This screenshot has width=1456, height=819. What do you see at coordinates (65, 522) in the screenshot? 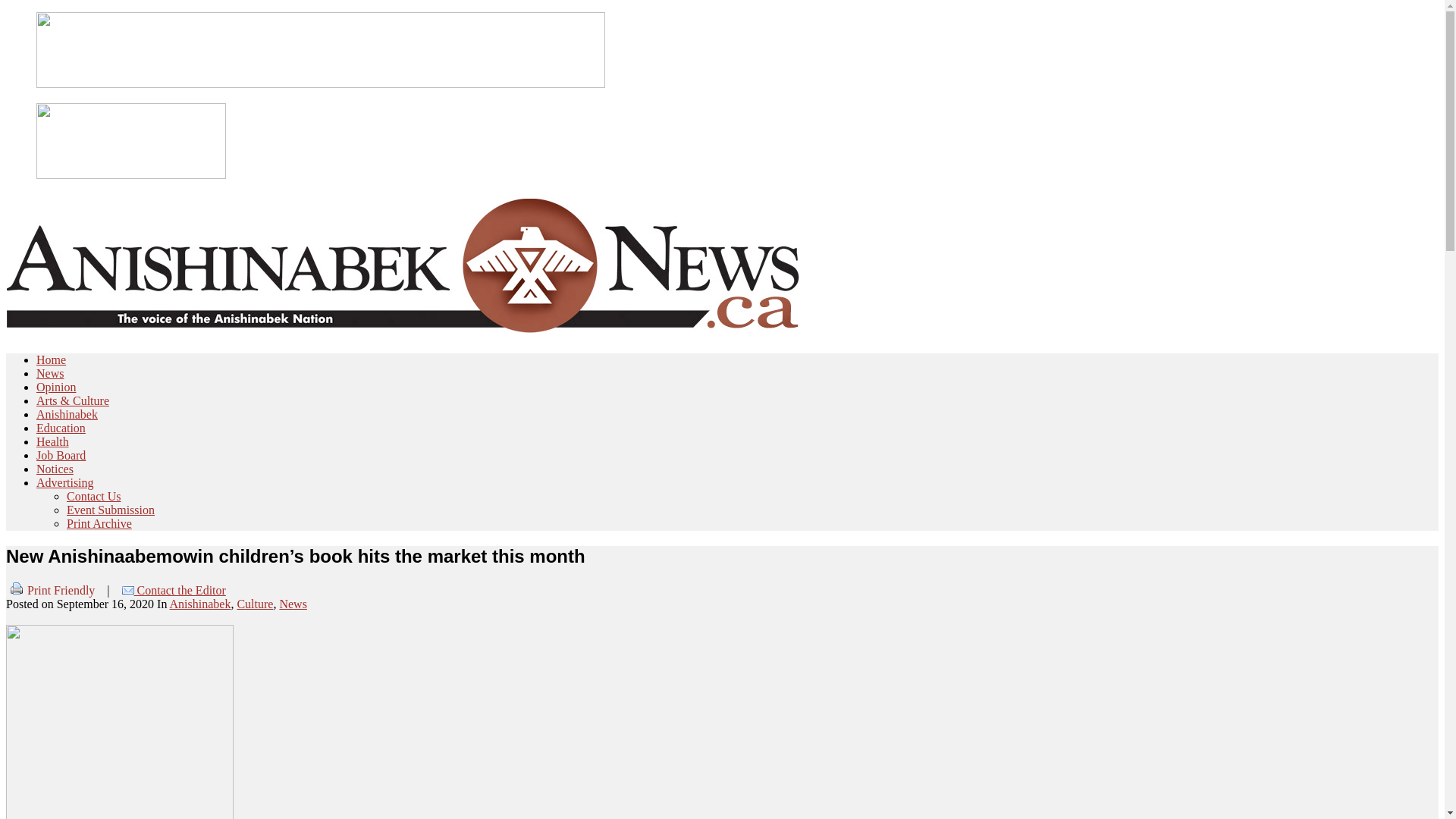
I see `'Print Archive'` at bounding box center [65, 522].